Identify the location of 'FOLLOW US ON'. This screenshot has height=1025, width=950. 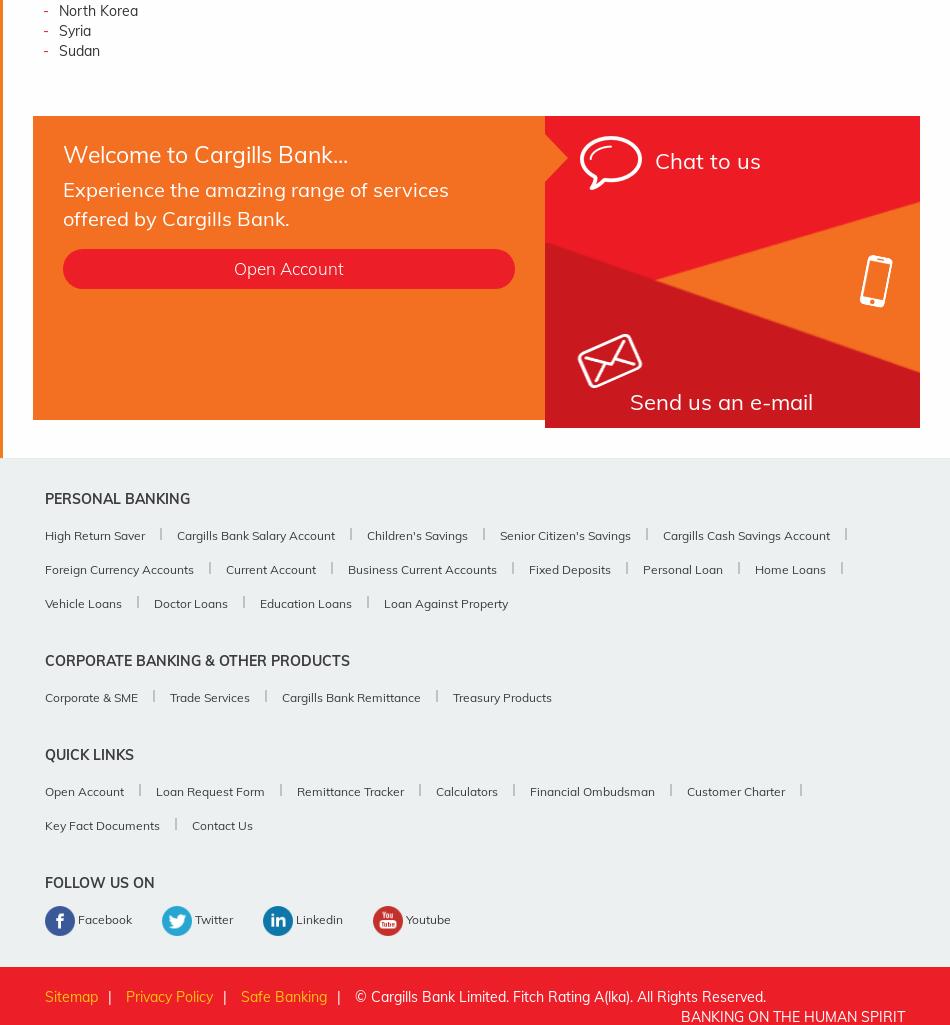
(100, 883).